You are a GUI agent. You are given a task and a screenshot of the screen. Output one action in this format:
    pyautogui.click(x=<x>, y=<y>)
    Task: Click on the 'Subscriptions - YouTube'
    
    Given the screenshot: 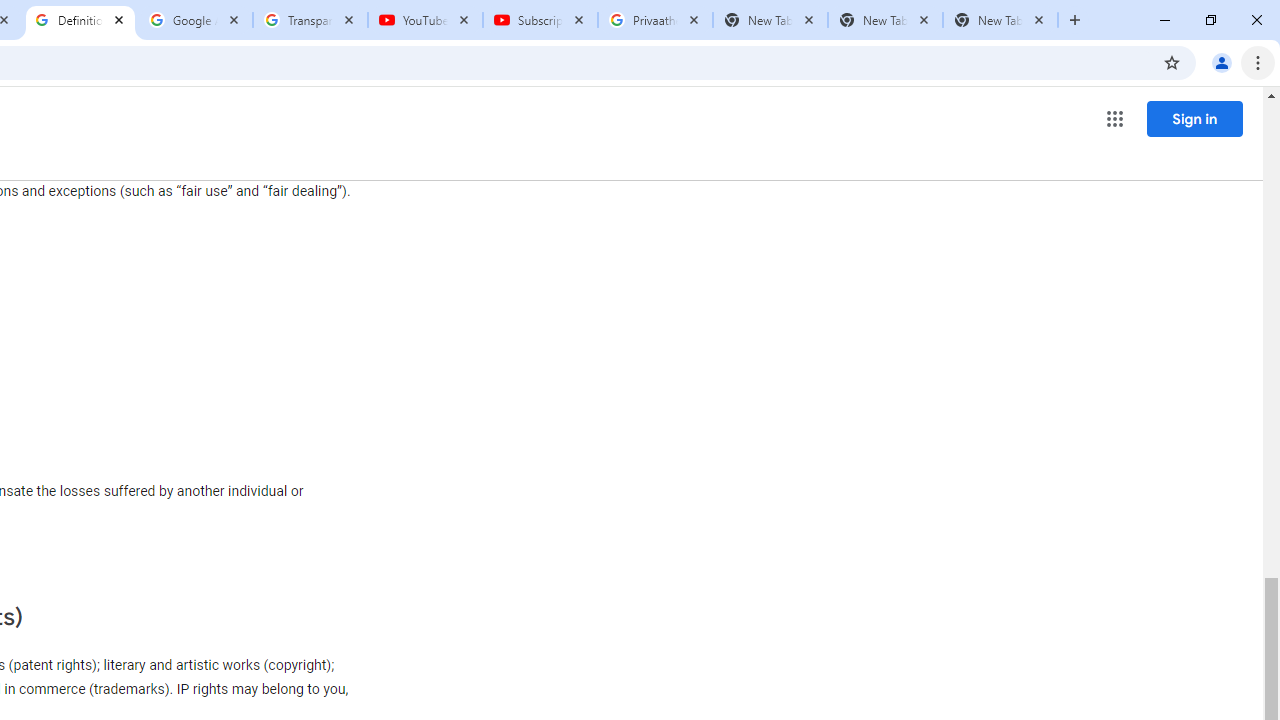 What is the action you would take?
    pyautogui.click(x=540, y=20)
    